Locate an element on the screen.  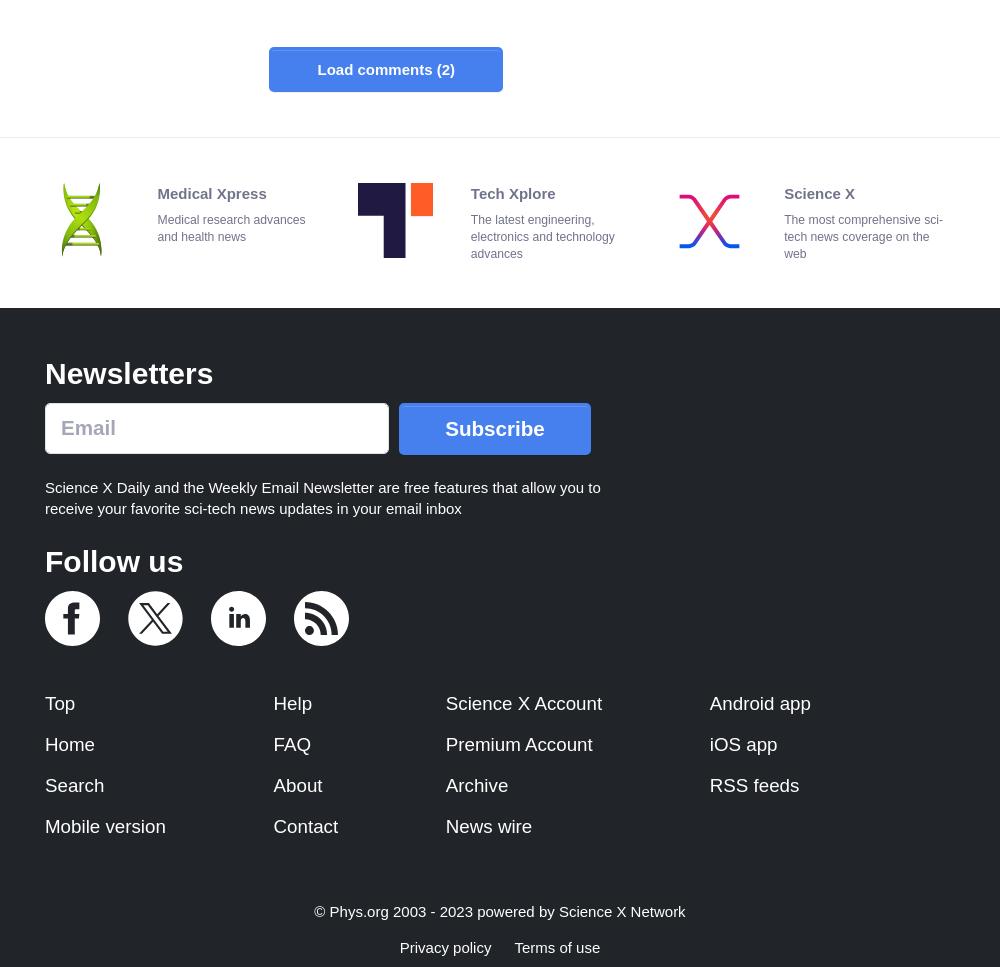
'Medical Xpress' is located at coordinates (210, 192).